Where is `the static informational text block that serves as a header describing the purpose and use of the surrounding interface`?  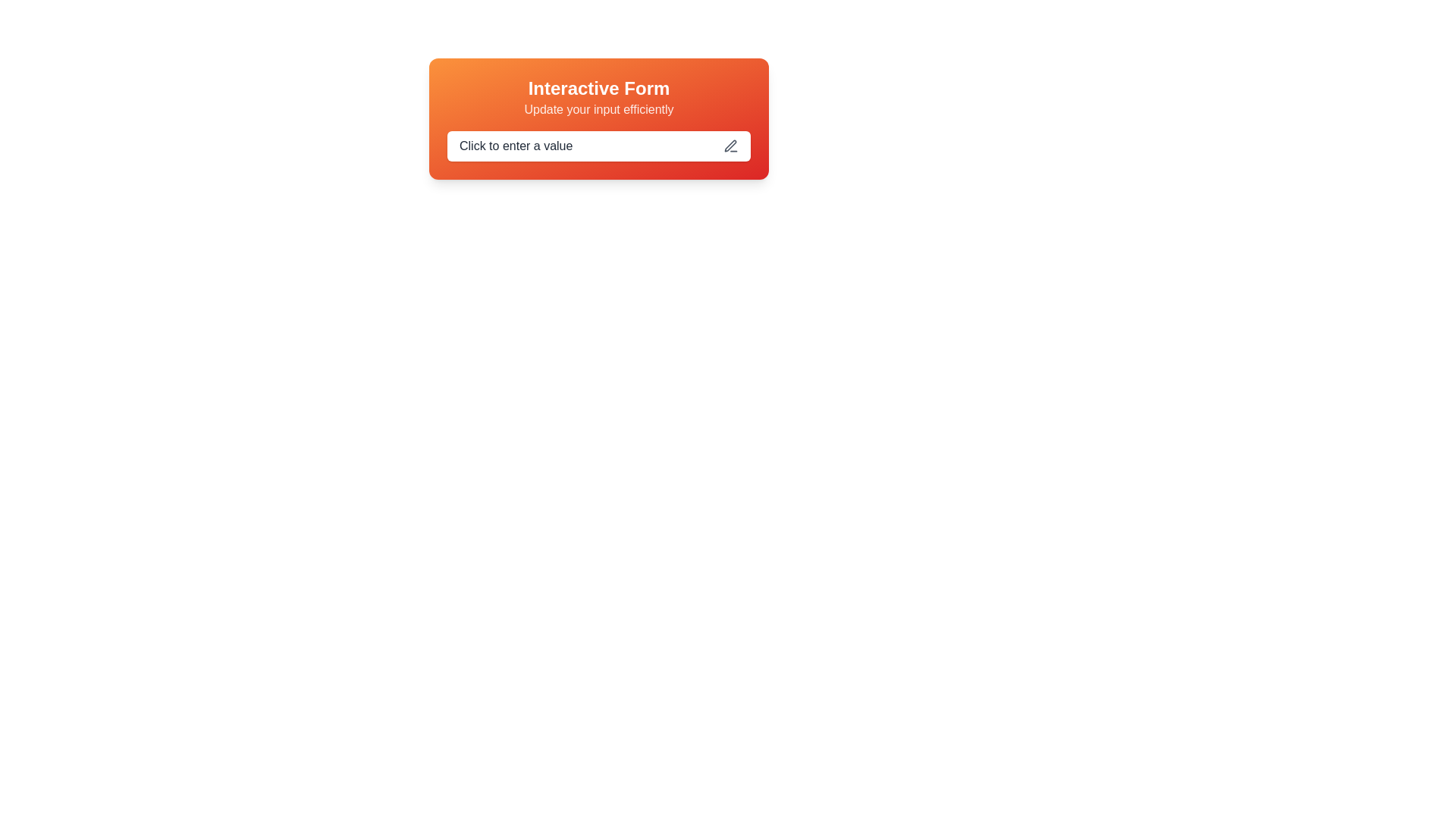 the static informational text block that serves as a header describing the purpose and use of the surrounding interface is located at coordinates (598, 97).